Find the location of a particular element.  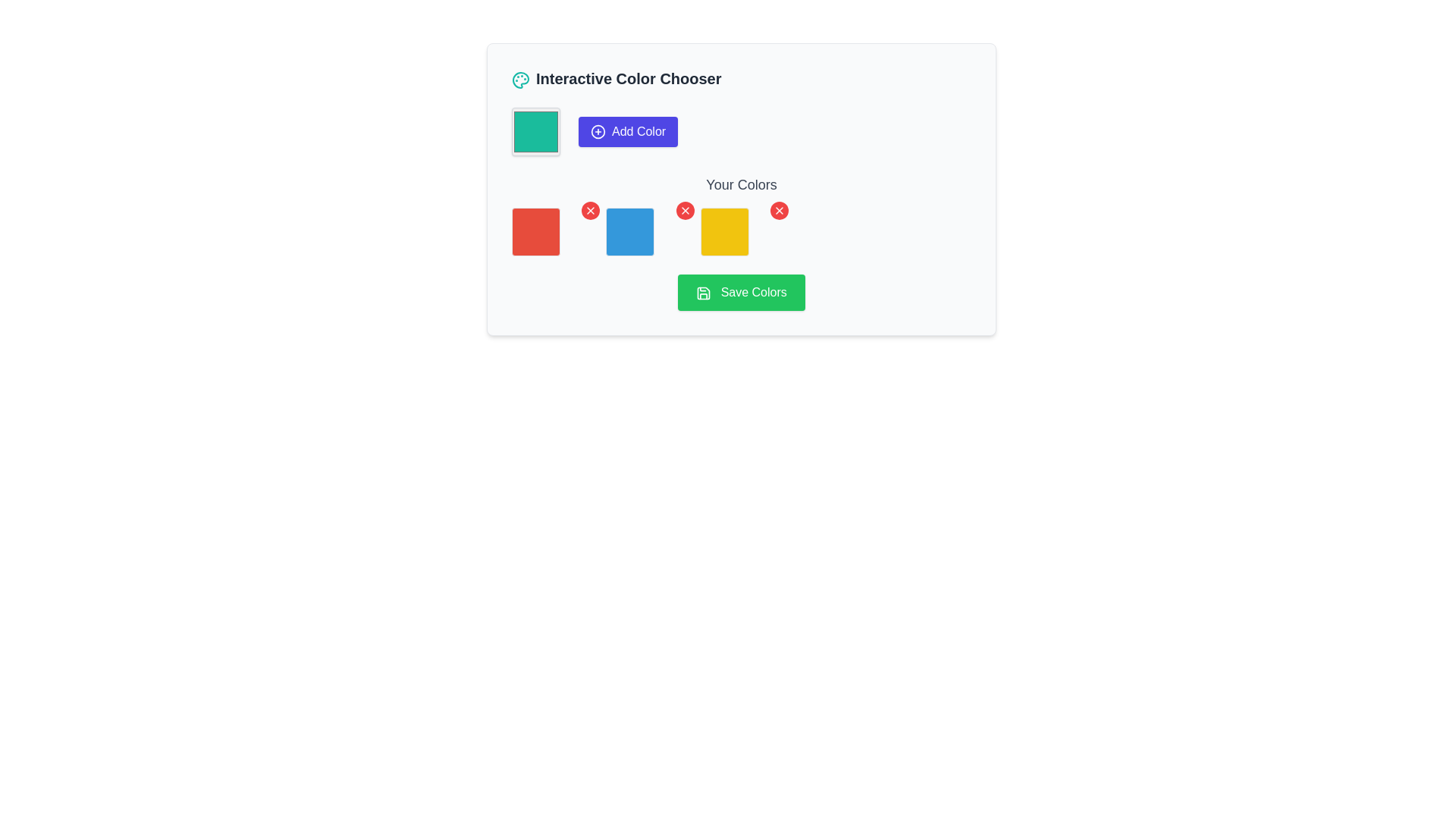

the green 'Save Colors' button with rounded corners and a save icon to observe its hover effect is located at coordinates (742, 292).